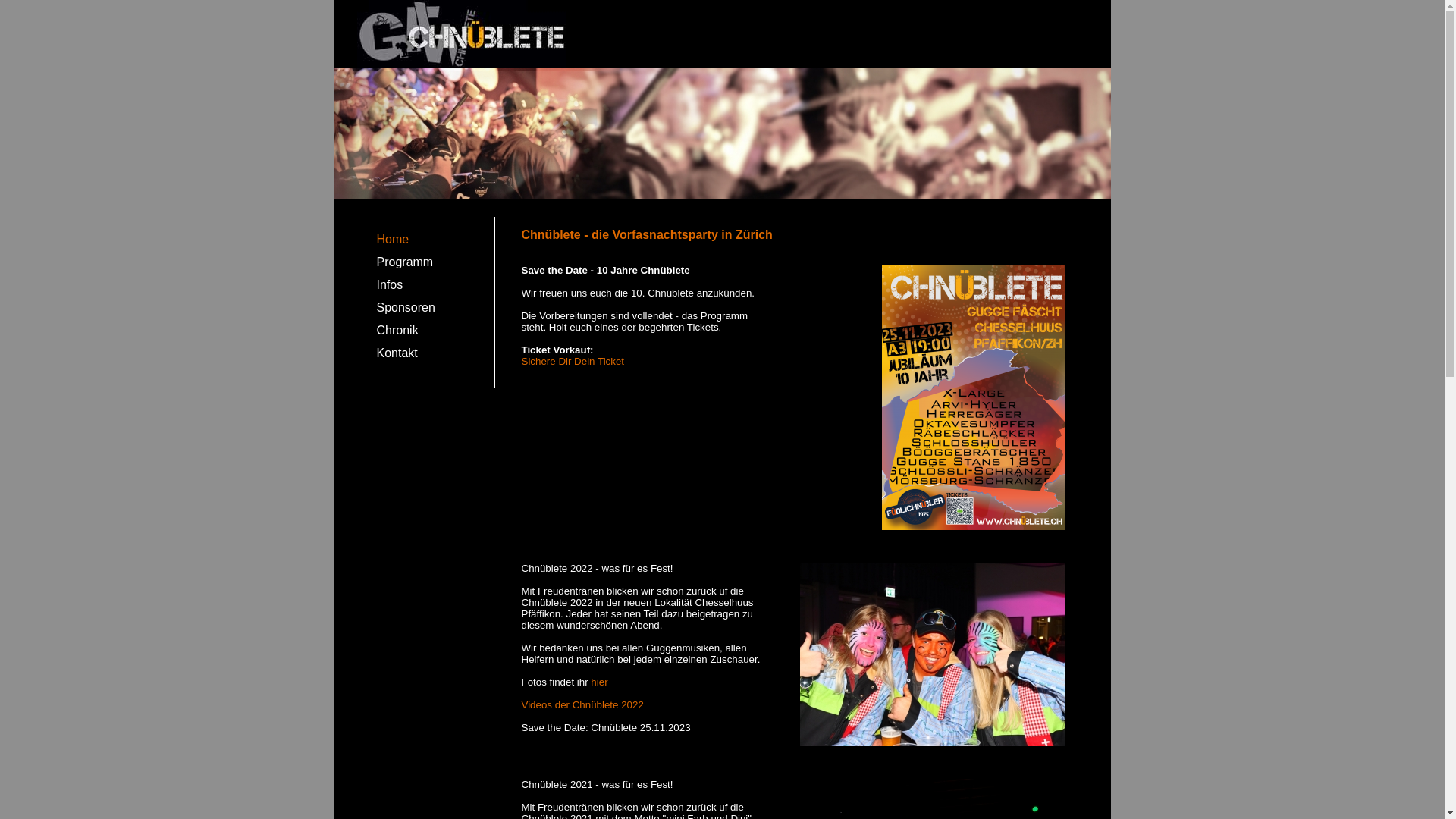 The height and width of the screenshot is (819, 1456). What do you see at coordinates (521, 361) in the screenshot?
I see `'Sichere Dir Dein Ticket'` at bounding box center [521, 361].